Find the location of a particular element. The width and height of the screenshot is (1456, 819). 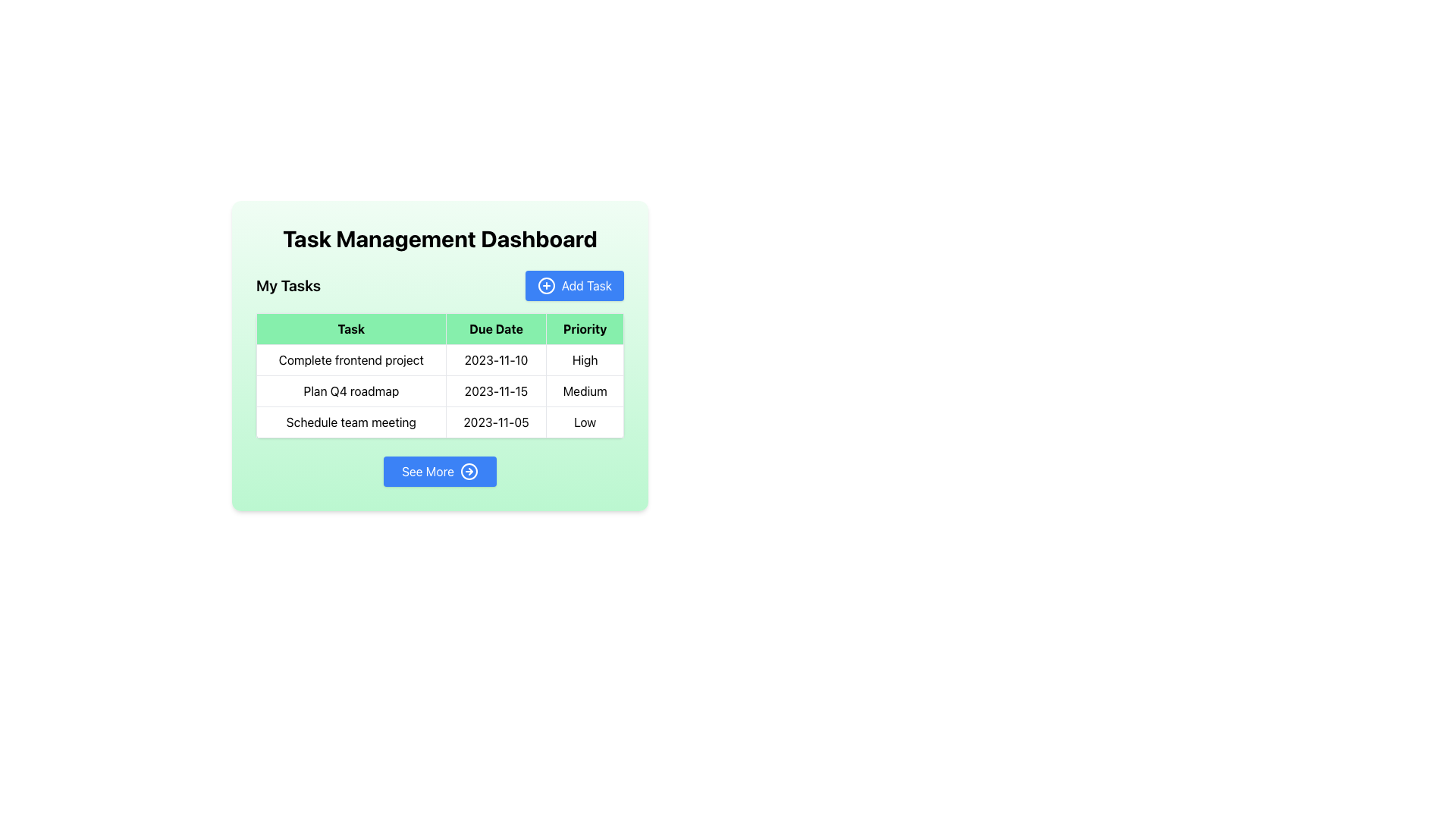

the icon representing the 'Add Task' button, located to the left of the text label 'Add Task' in the top-right corner of the task card is located at coordinates (546, 286).